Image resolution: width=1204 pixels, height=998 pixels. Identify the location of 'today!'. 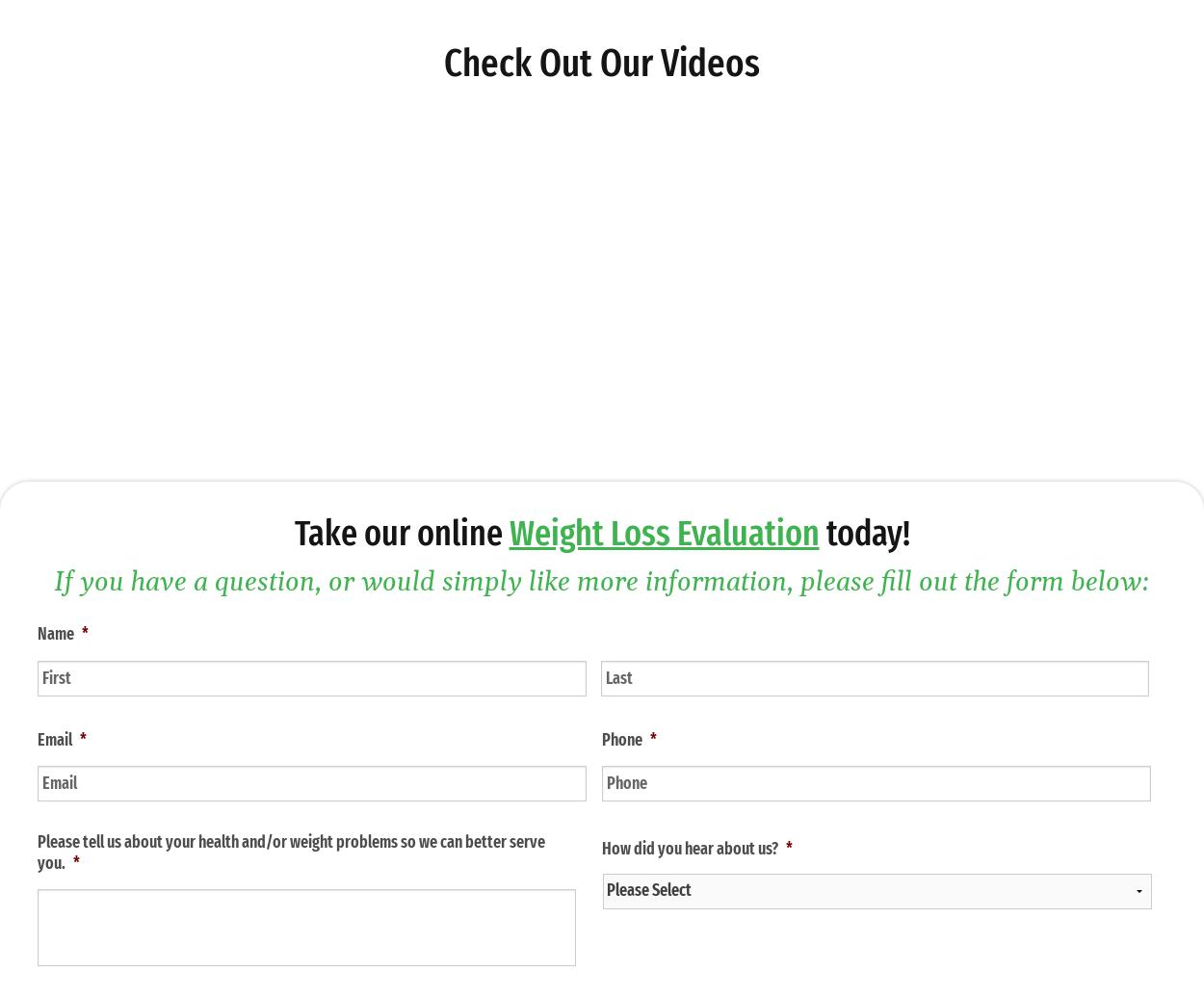
(864, 532).